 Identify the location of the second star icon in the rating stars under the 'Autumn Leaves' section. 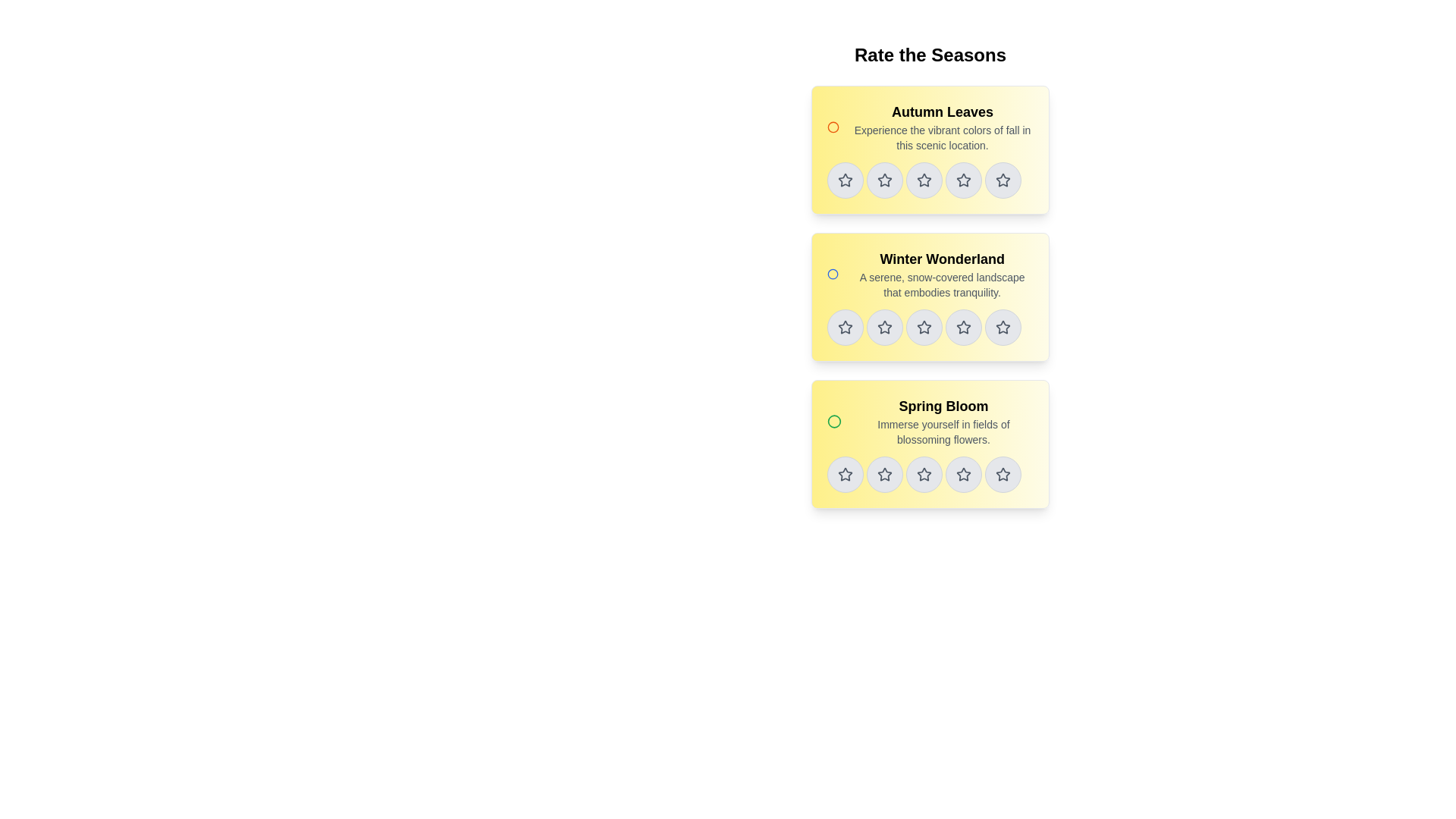
(924, 180).